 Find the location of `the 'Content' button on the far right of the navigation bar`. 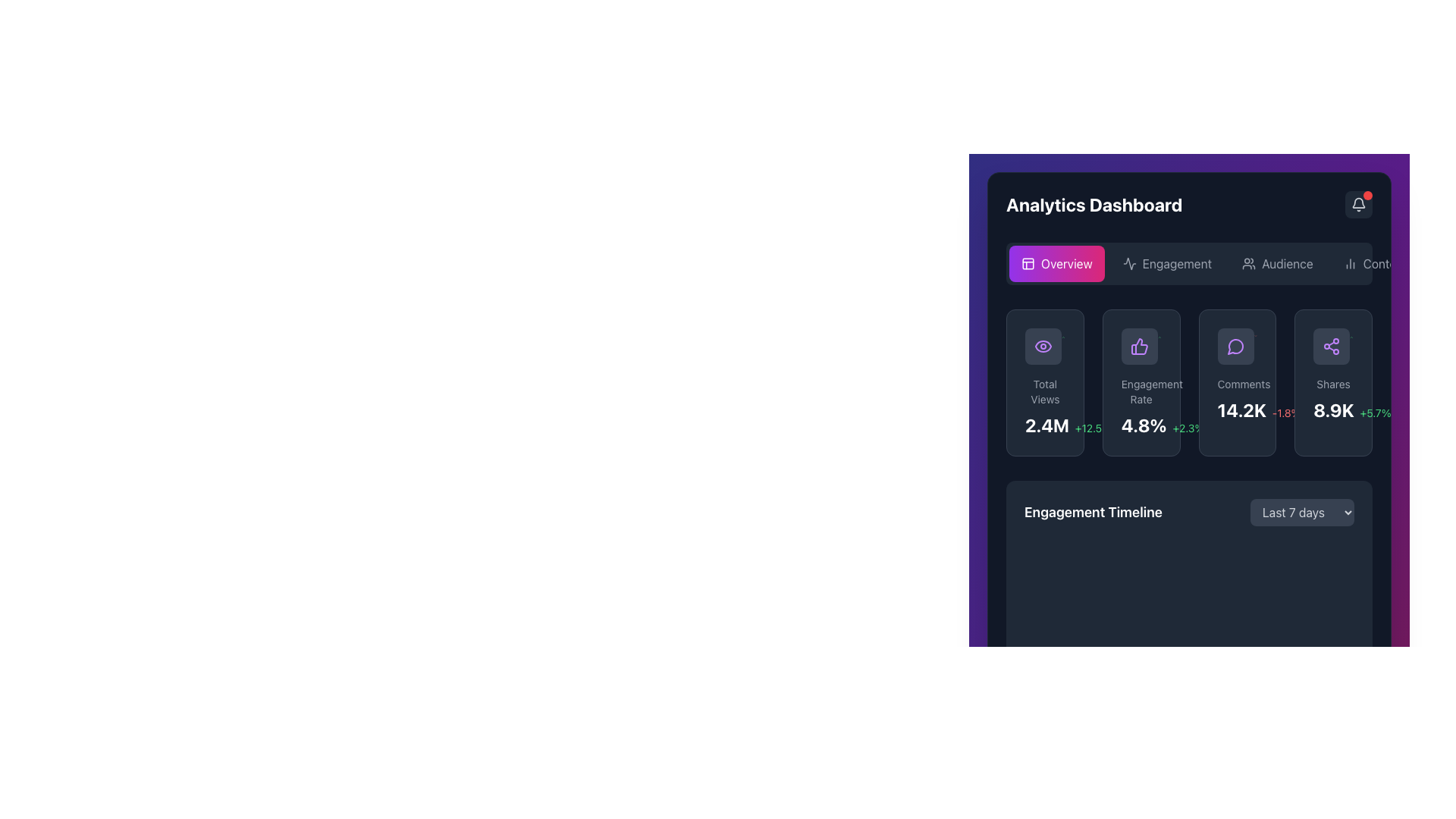

the 'Content' button on the far right of the navigation bar is located at coordinates (1375, 262).